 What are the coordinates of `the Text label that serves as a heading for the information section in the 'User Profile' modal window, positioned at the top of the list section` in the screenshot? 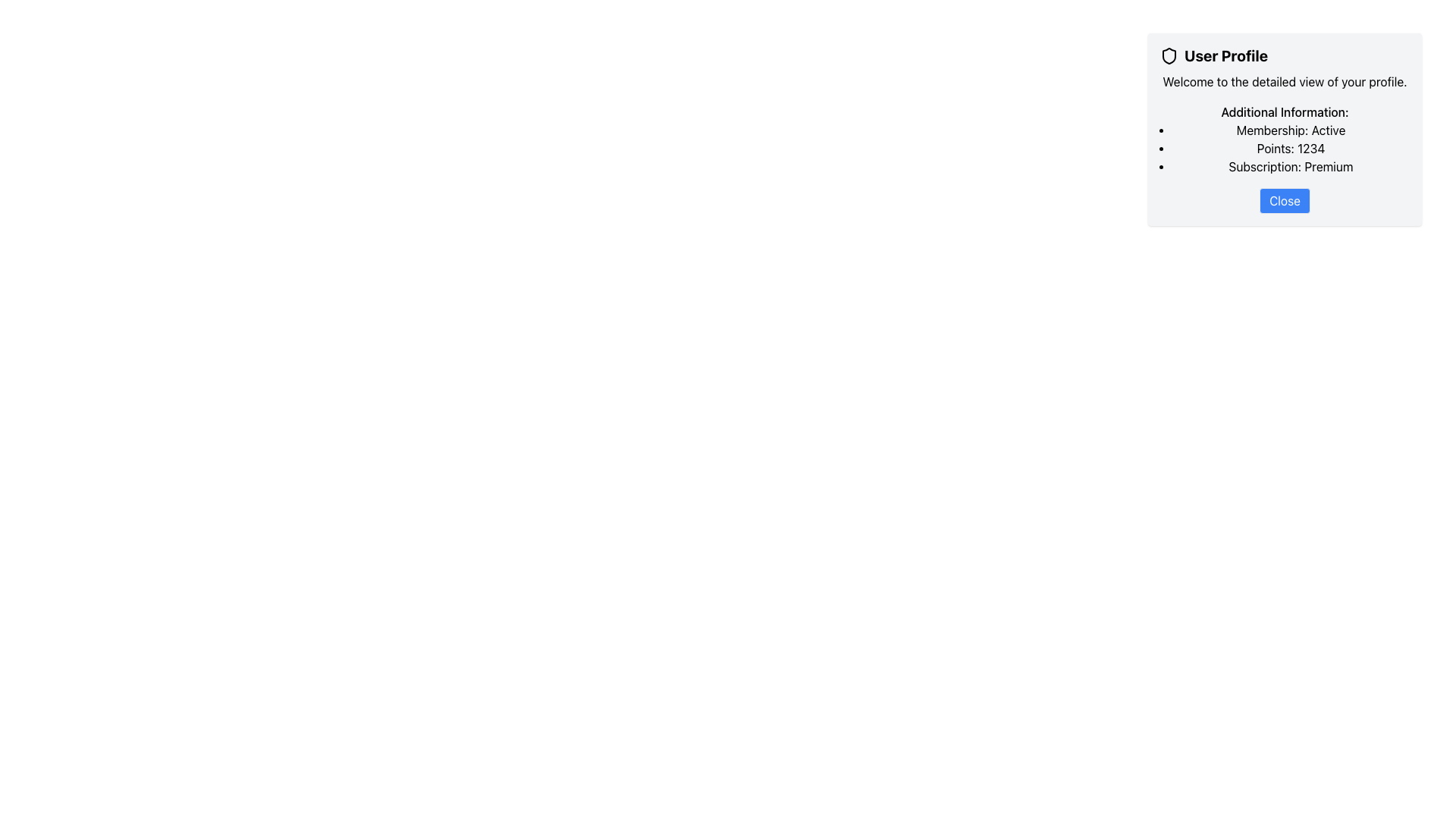 It's located at (1284, 111).